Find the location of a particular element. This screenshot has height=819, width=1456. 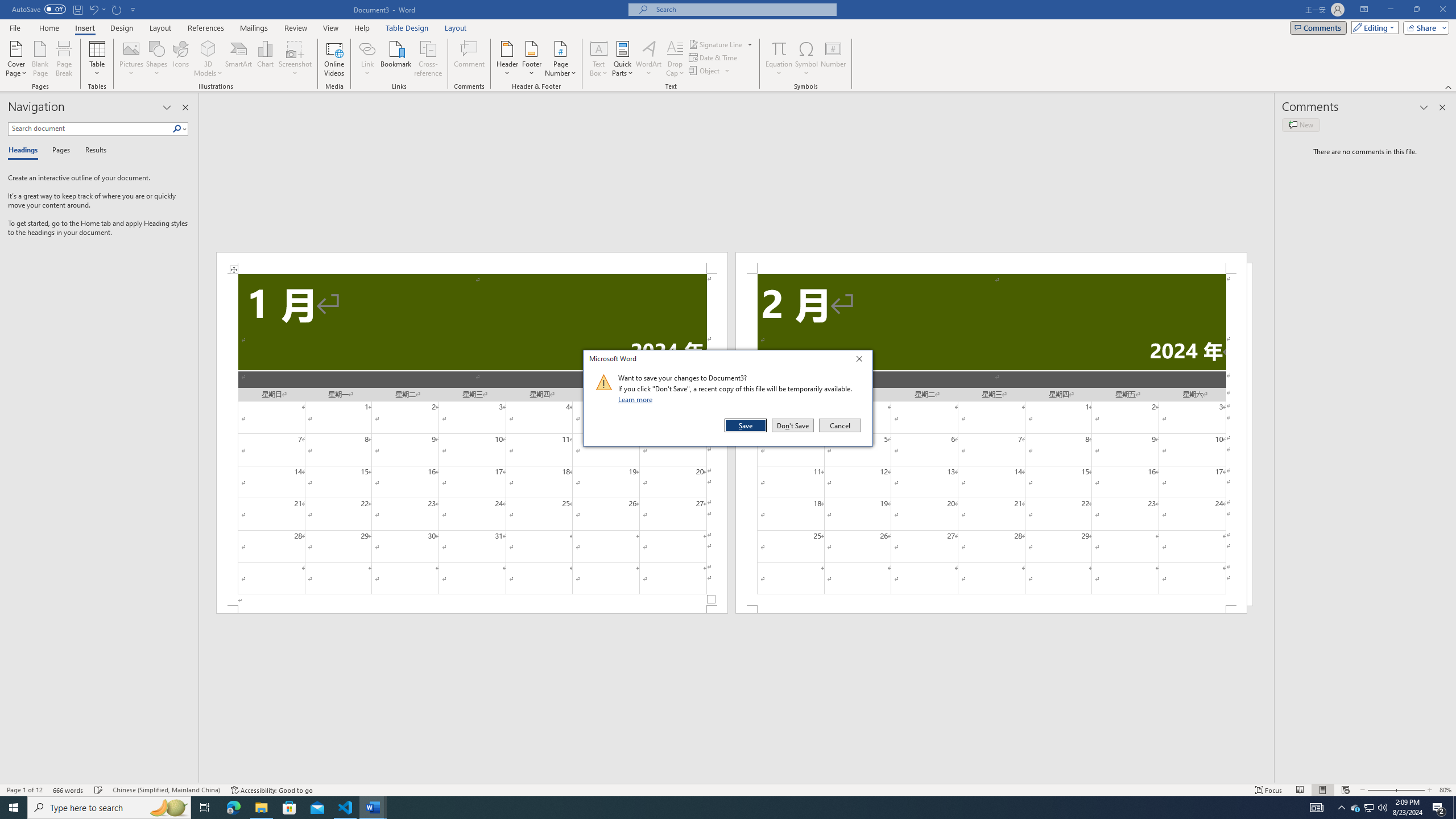

'Insert' is located at coordinates (84, 28).